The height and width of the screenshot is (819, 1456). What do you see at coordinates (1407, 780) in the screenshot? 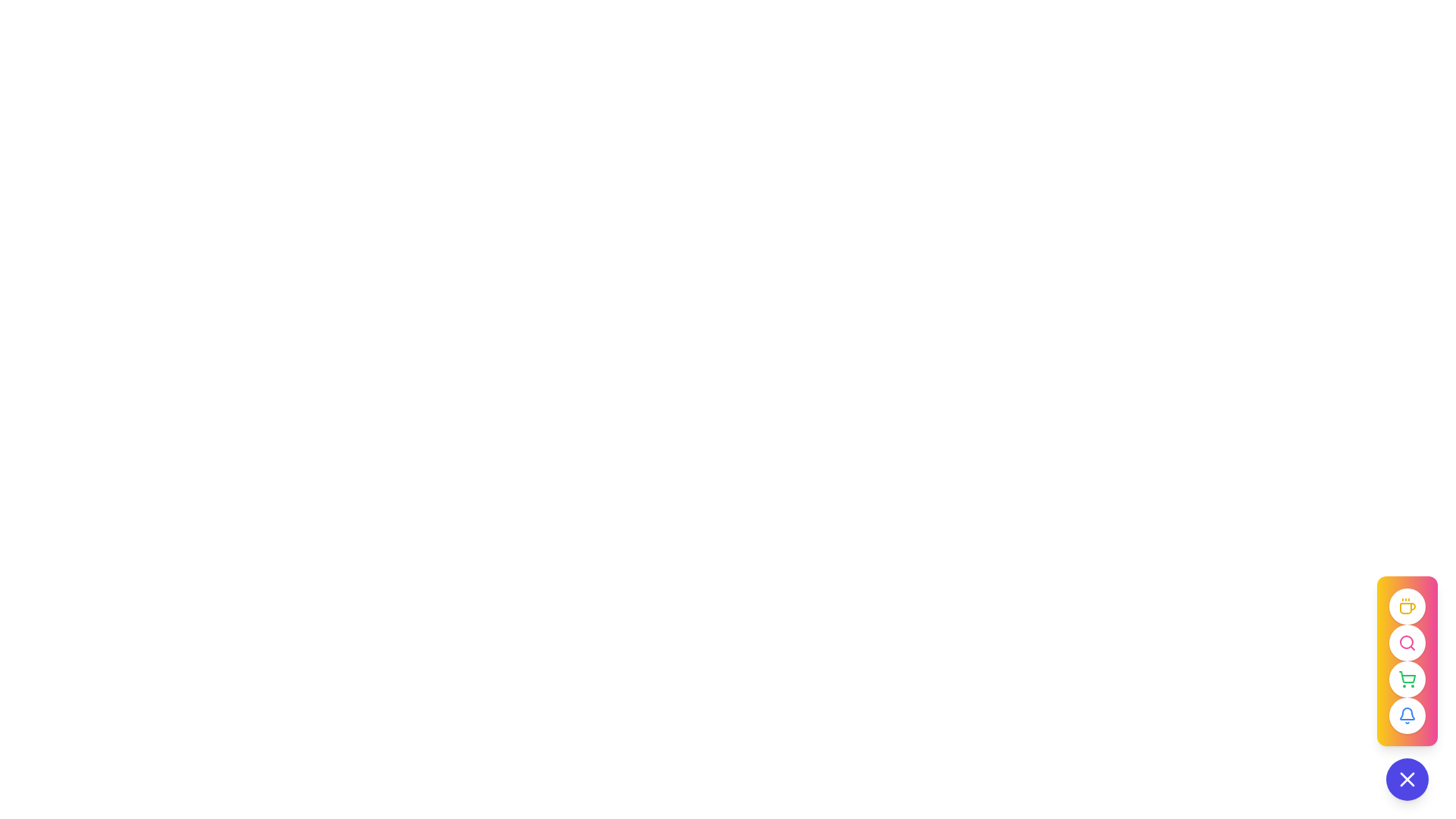
I see `the Close or cancel icon represented by an 'X' symbol in the SVG element` at bounding box center [1407, 780].